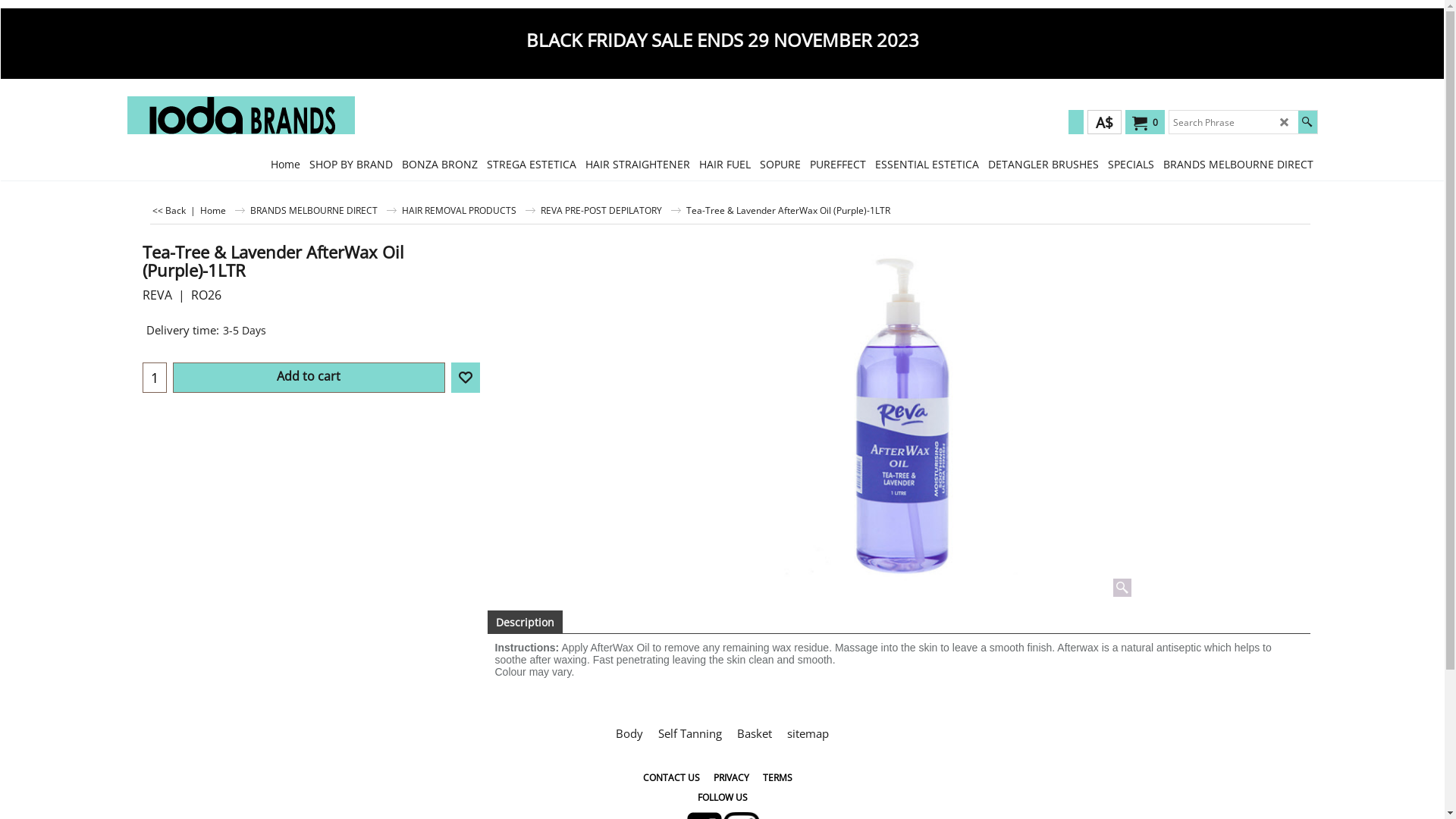 This screenshot has height=819, width=1456. What do you see at coordinates (926, 163) in the screenshot?
I see `'ESSENTIAL ESTETICA'` at bounding box center [926, 163].